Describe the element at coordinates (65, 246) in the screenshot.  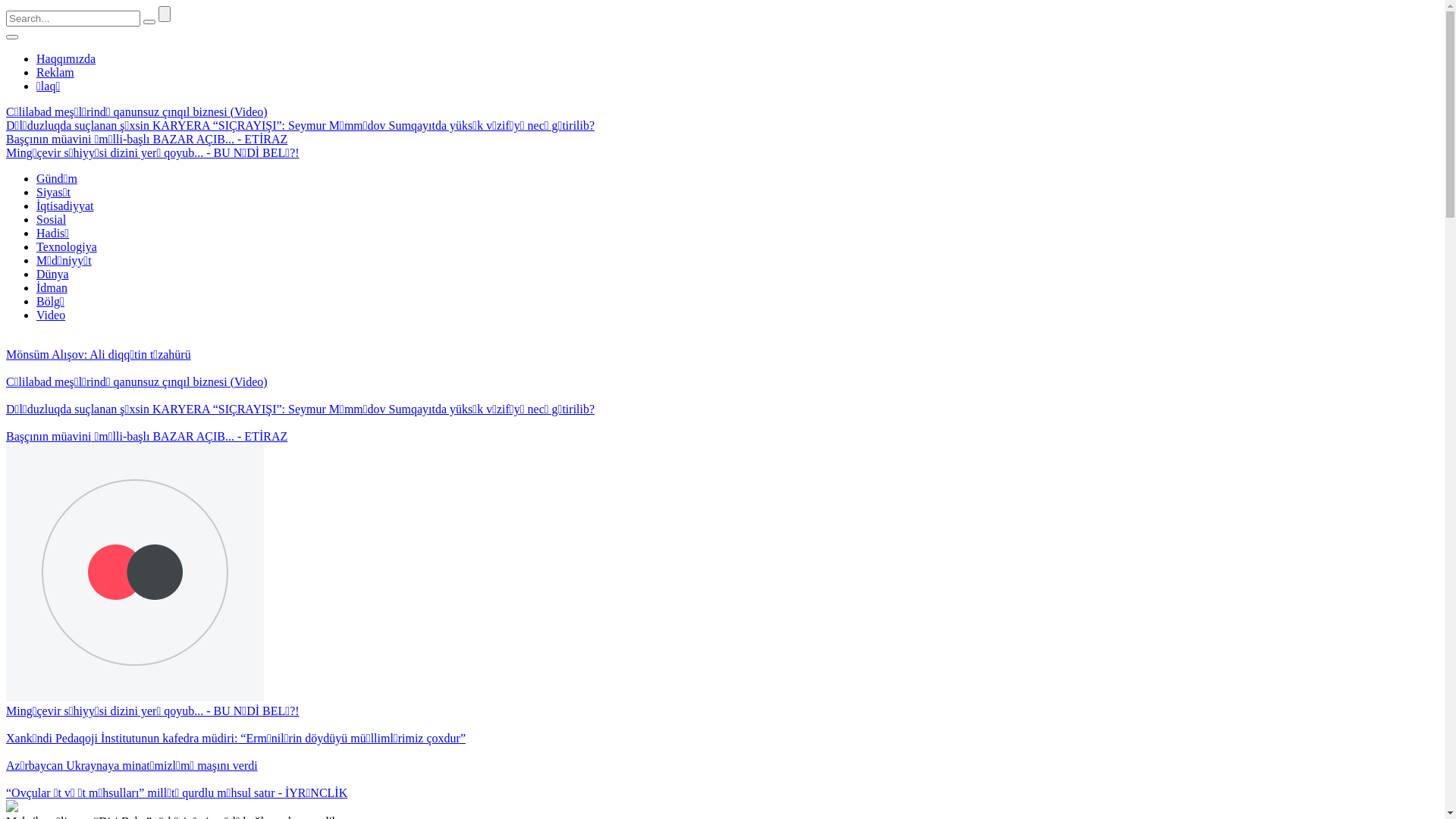
I see `'Texnologiya'` at that location.